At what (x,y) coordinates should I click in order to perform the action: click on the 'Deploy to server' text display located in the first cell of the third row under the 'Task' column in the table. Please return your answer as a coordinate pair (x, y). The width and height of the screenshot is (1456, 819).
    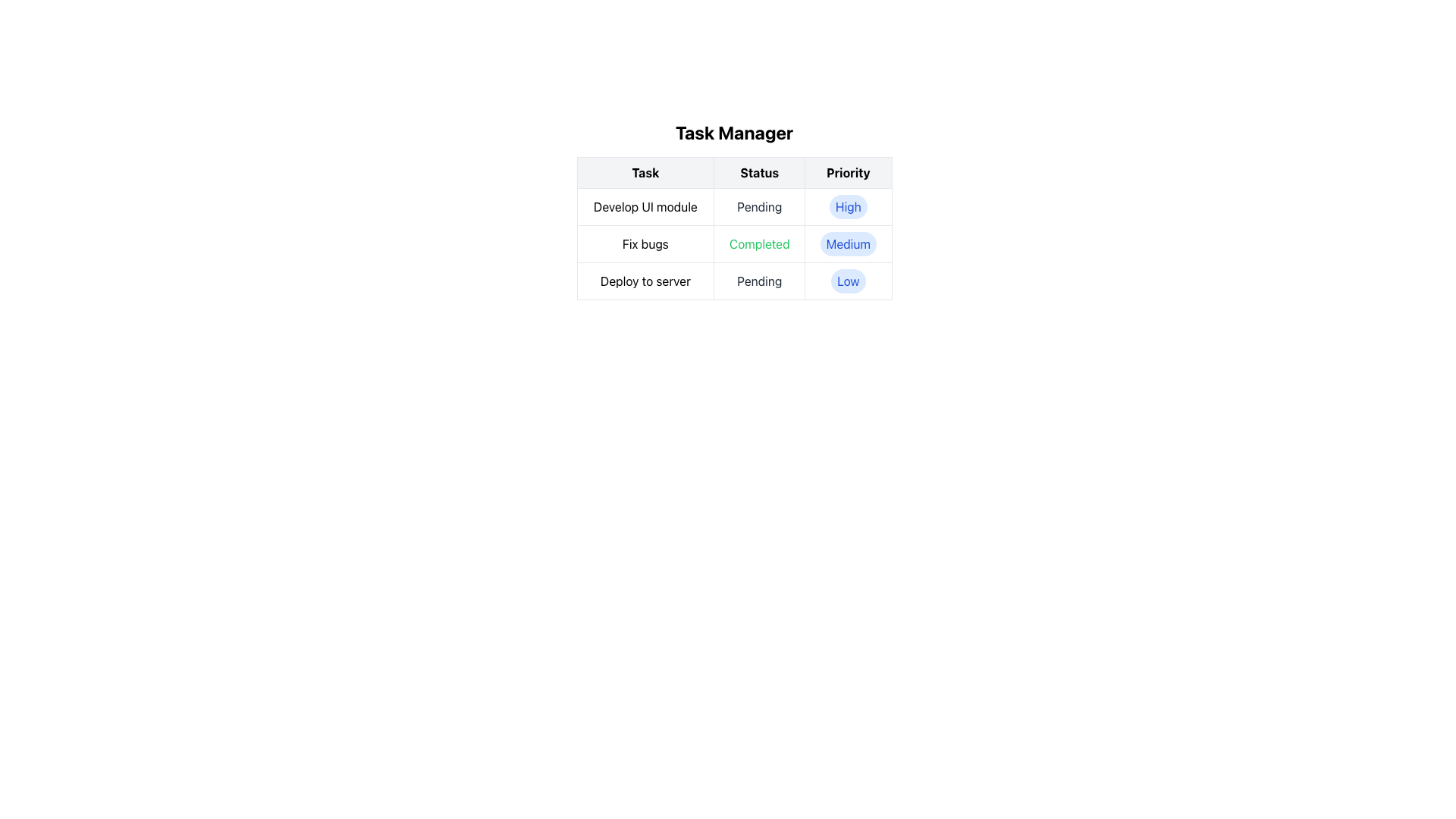
    Looking at the image, I should click on (645, 281).